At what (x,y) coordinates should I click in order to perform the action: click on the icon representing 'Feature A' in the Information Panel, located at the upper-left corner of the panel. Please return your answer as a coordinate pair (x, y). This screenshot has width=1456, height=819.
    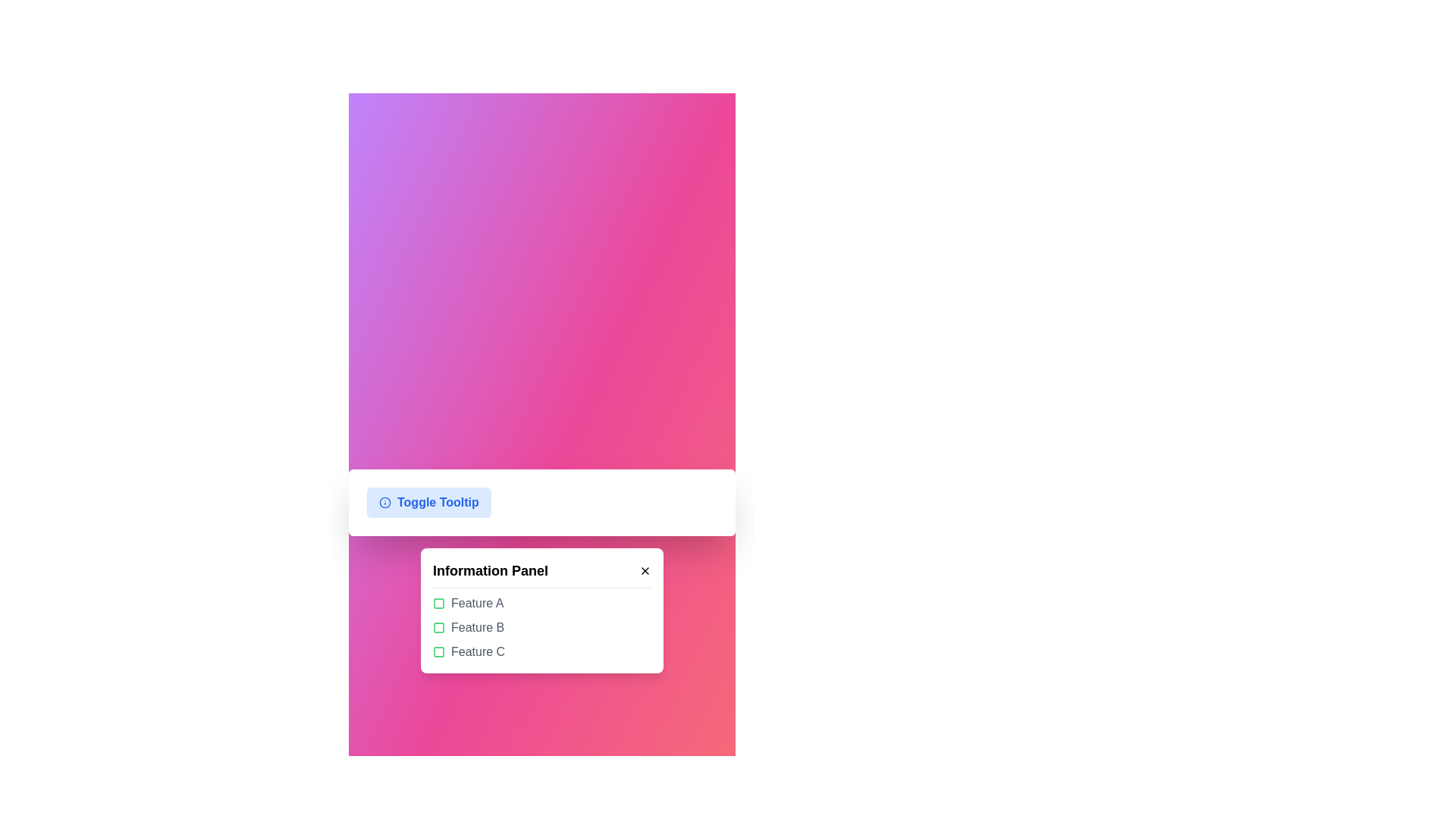
    Looking at the image, I should click on (438, 602).